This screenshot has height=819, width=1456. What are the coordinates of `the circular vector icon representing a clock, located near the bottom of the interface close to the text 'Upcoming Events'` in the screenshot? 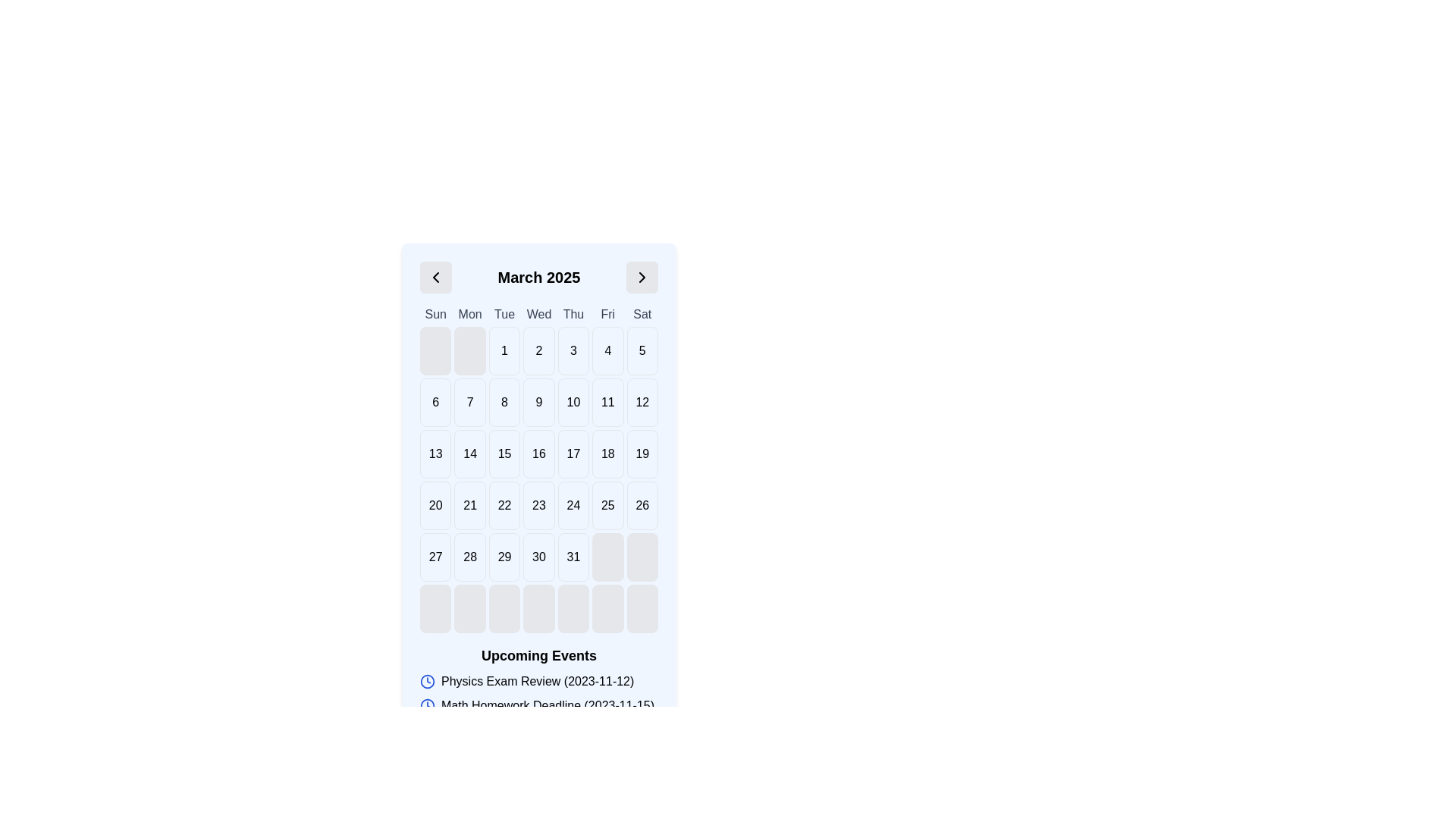 It's located at (427, 705).